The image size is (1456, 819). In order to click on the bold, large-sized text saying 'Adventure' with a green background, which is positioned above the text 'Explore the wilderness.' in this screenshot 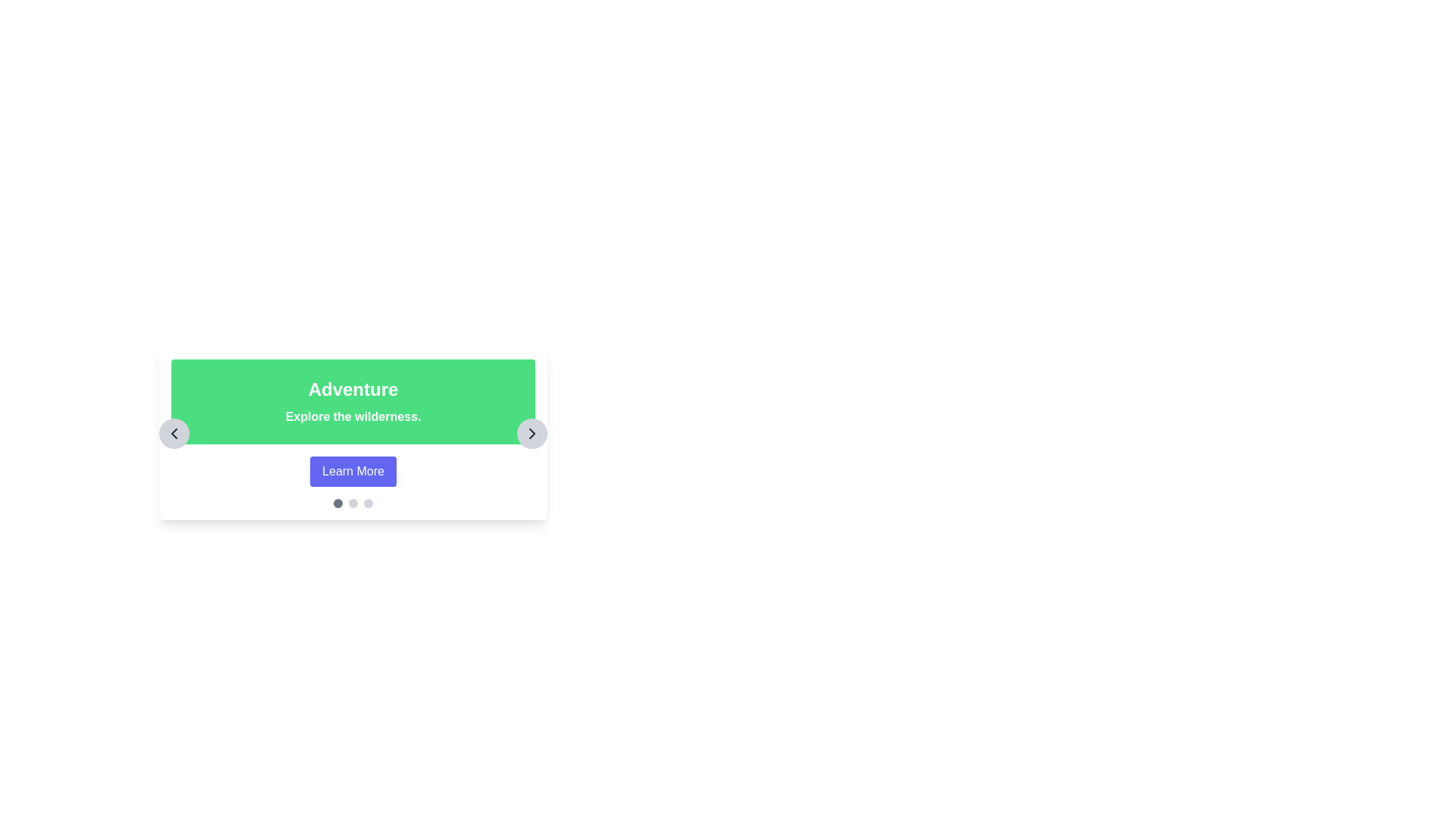, I will do `click(352, 388)`.